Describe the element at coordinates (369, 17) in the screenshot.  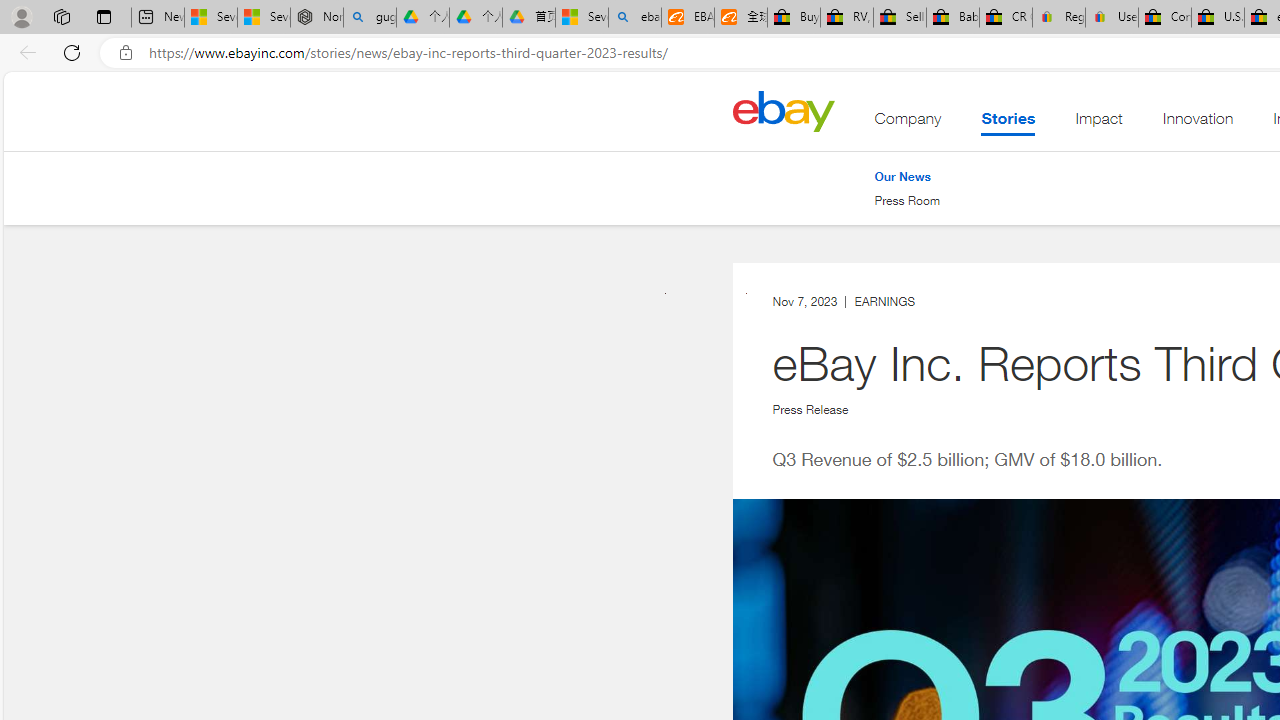
I see `'guge yunpan - Search'` at that location.